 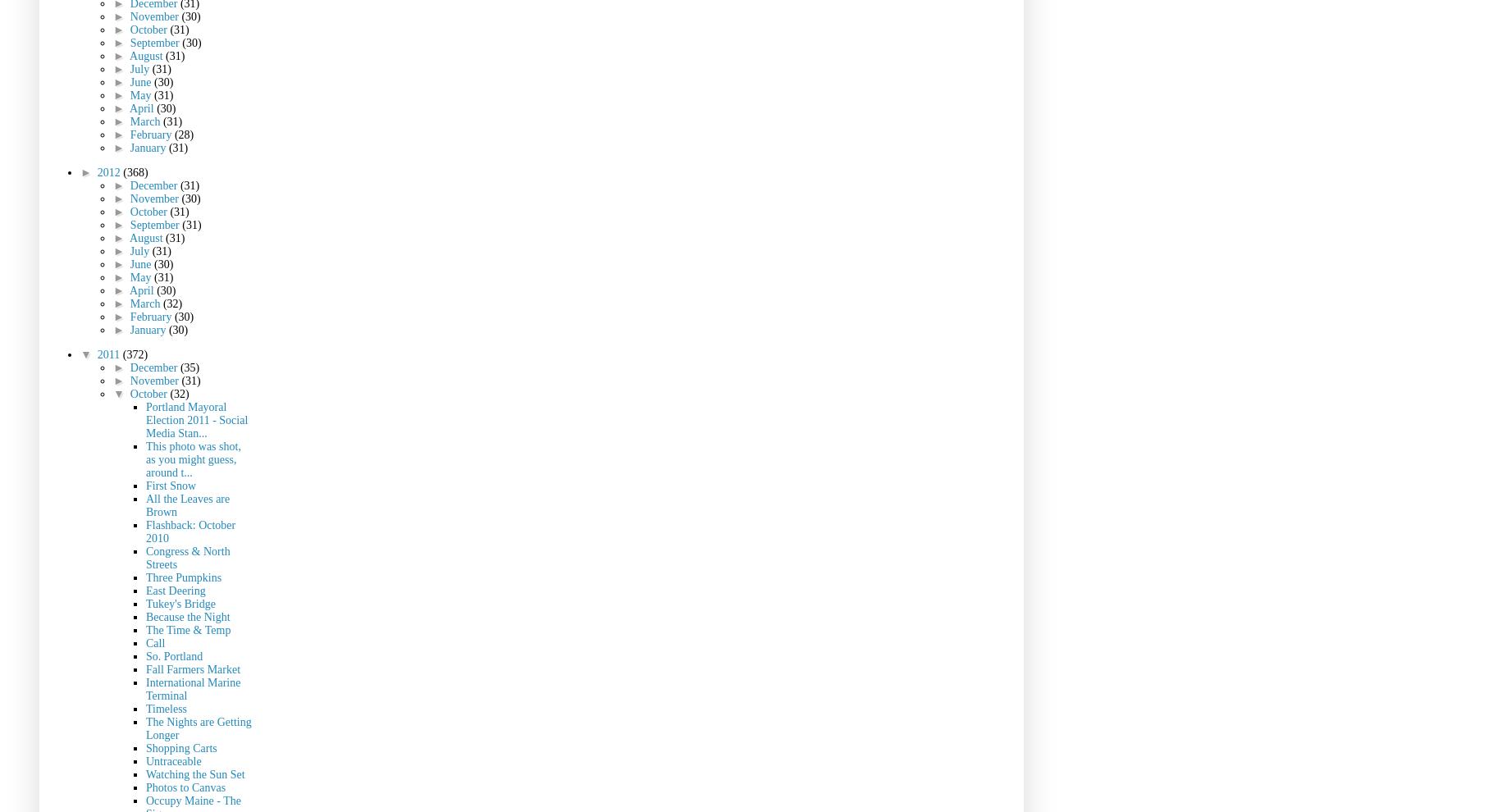 I want to click on 'Shopping Carts', so click(x=180, y=746).